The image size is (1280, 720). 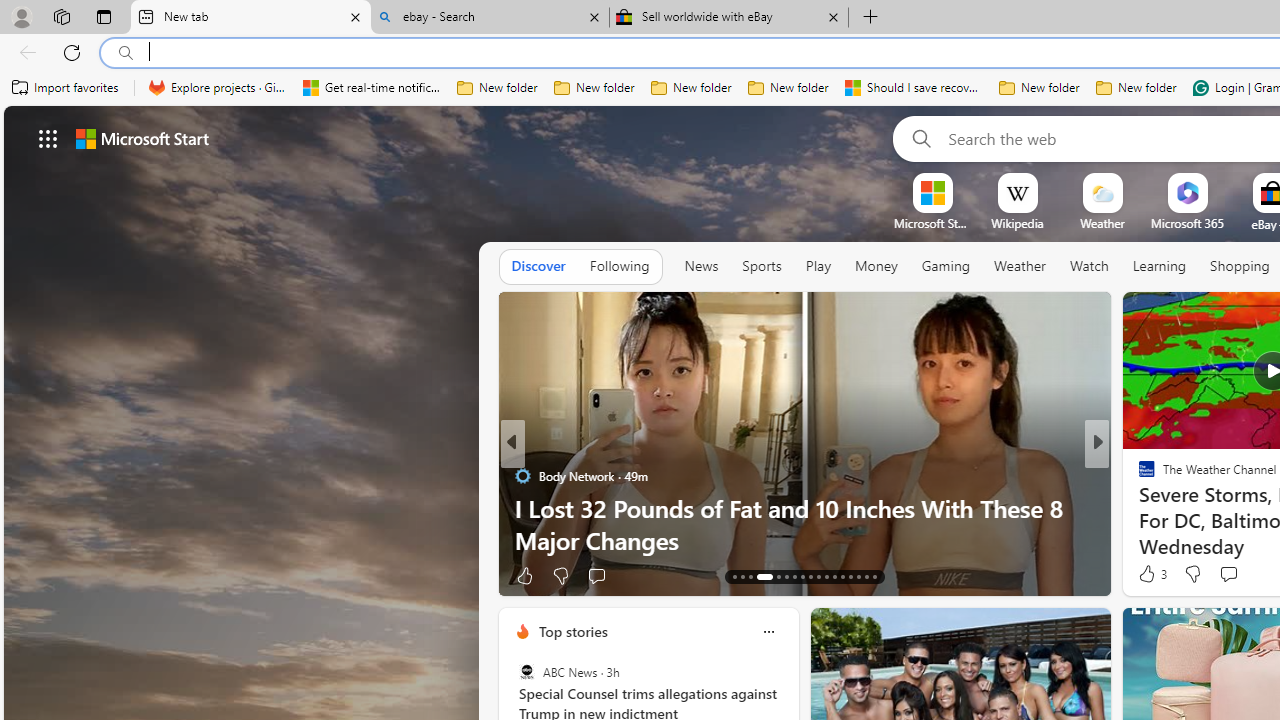 What do you see at coordinates (944, 265) in the screenshot?
I see `'Gaming'` at bounding box center [944, 265].